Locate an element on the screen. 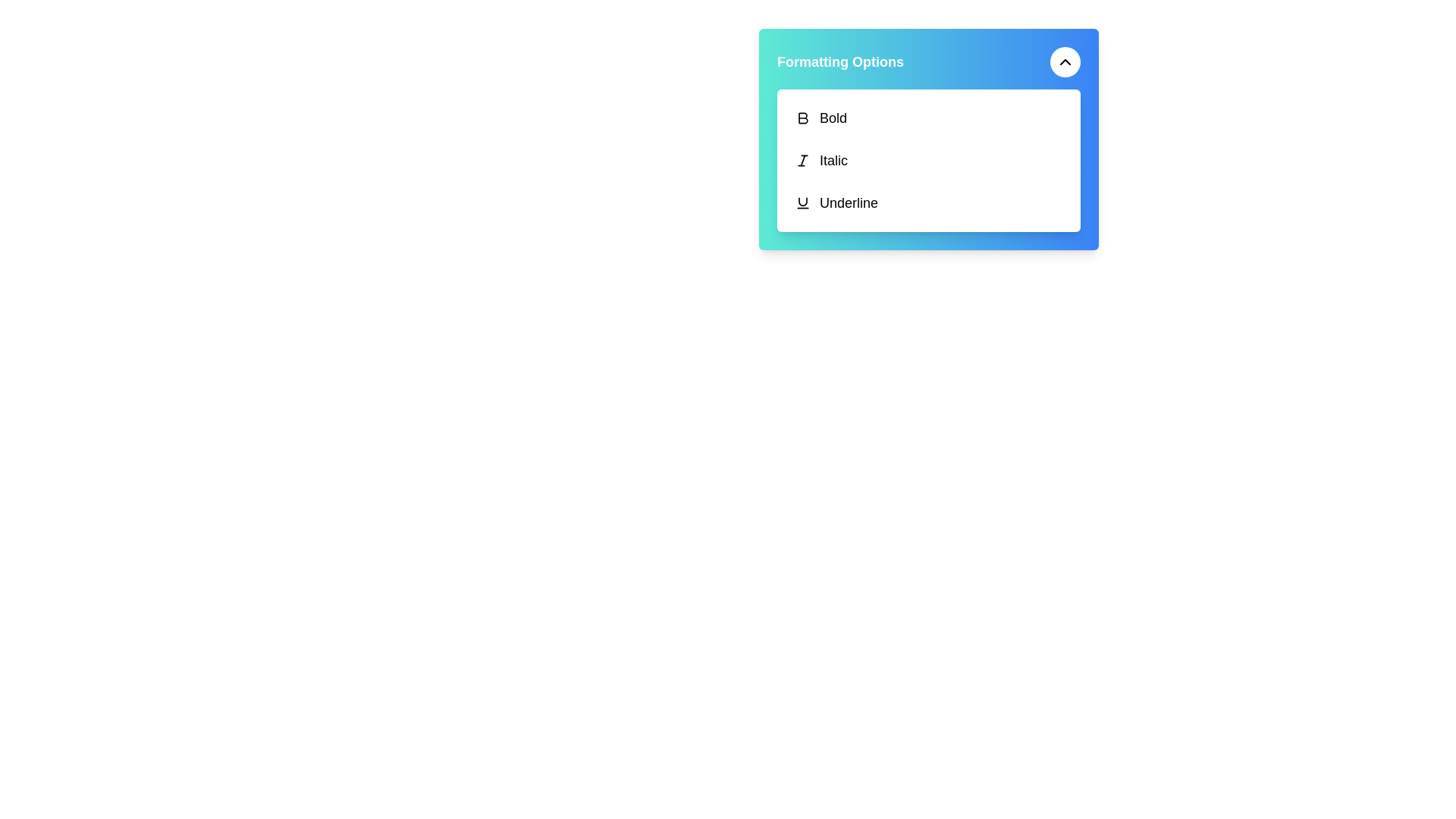  the bold formatting icon located in the upper-right section of the formatting options menu is located at coordinates (802, 117).